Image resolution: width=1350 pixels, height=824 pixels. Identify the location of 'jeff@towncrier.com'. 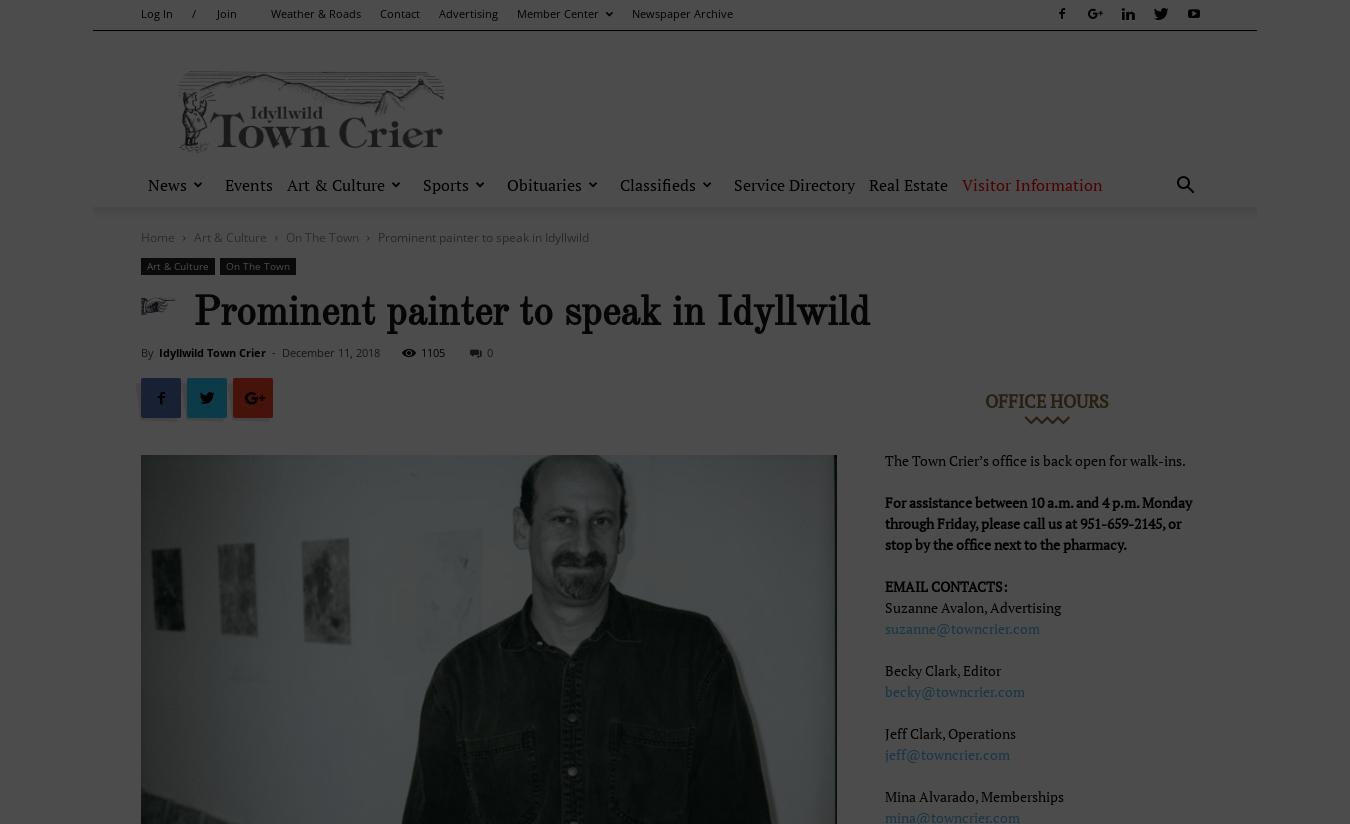
(885, 754).